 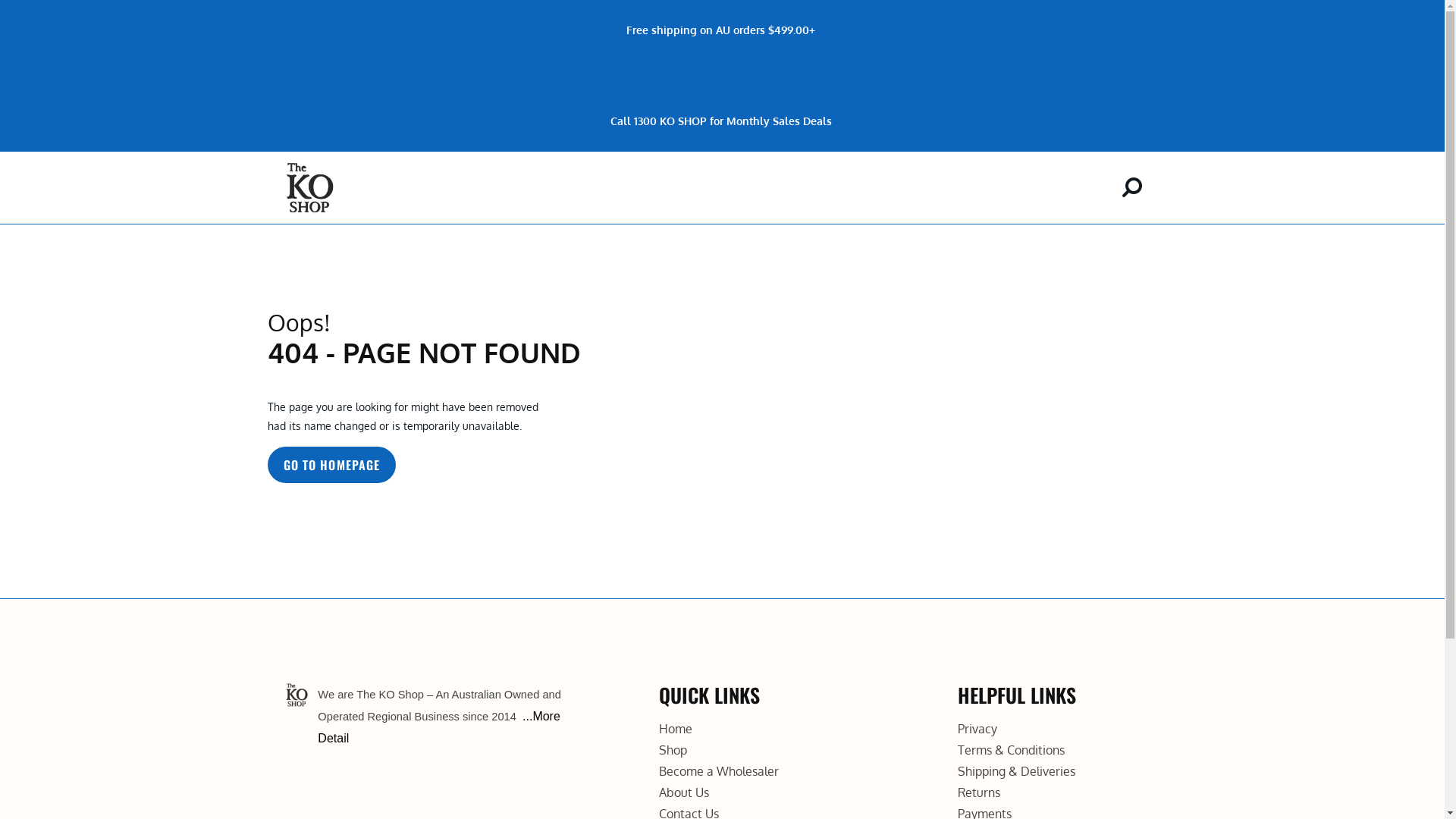 What do you see at coordinates (266, 464) in the screenshot?
I see `'GO TO HOMEPAGE'` at bounding box center [266, 464].